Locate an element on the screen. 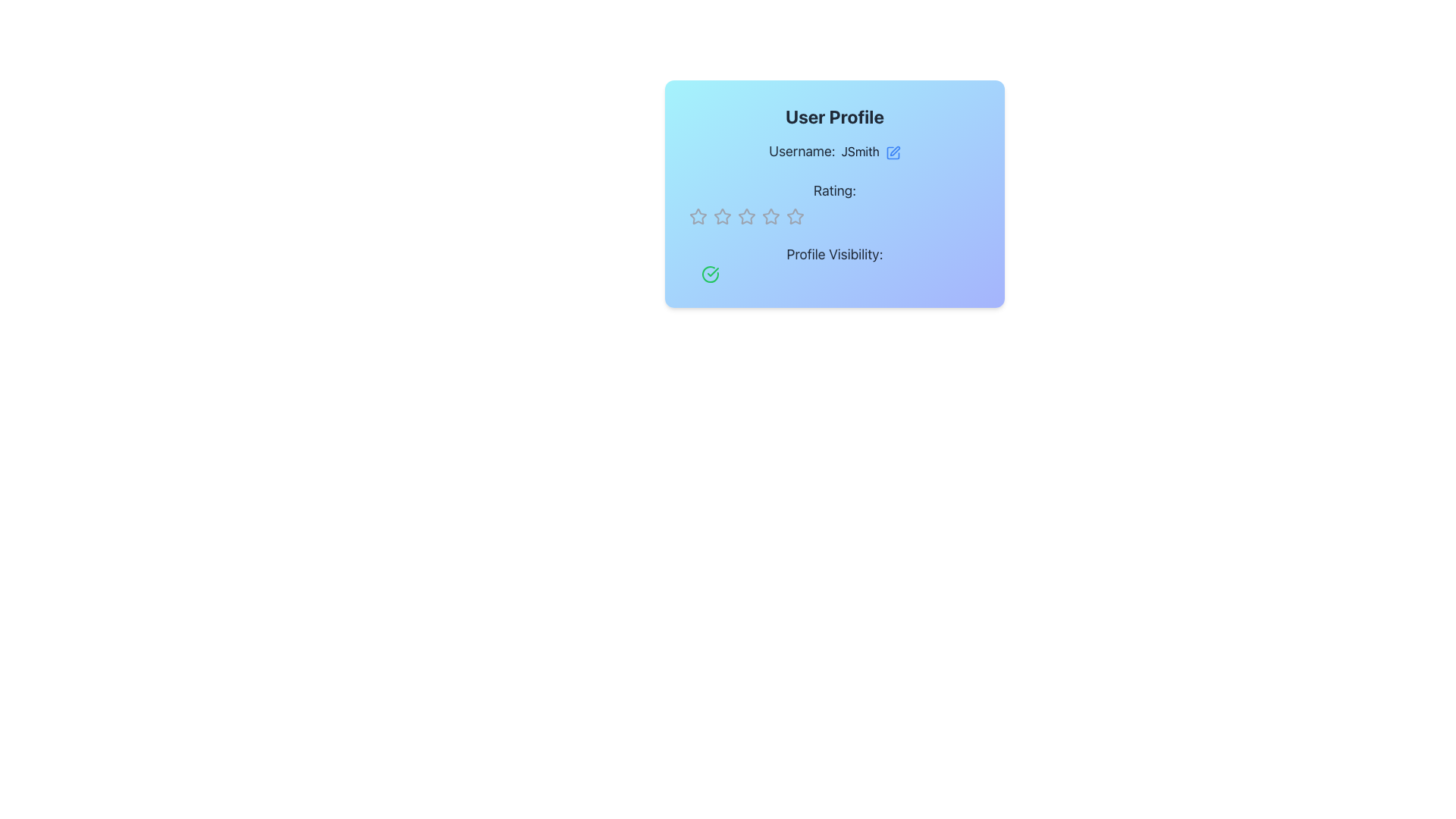 The image size is (1456, 819). the fourth Rating Star icon, which is outlined in gray is located at coordinates (795, 216).